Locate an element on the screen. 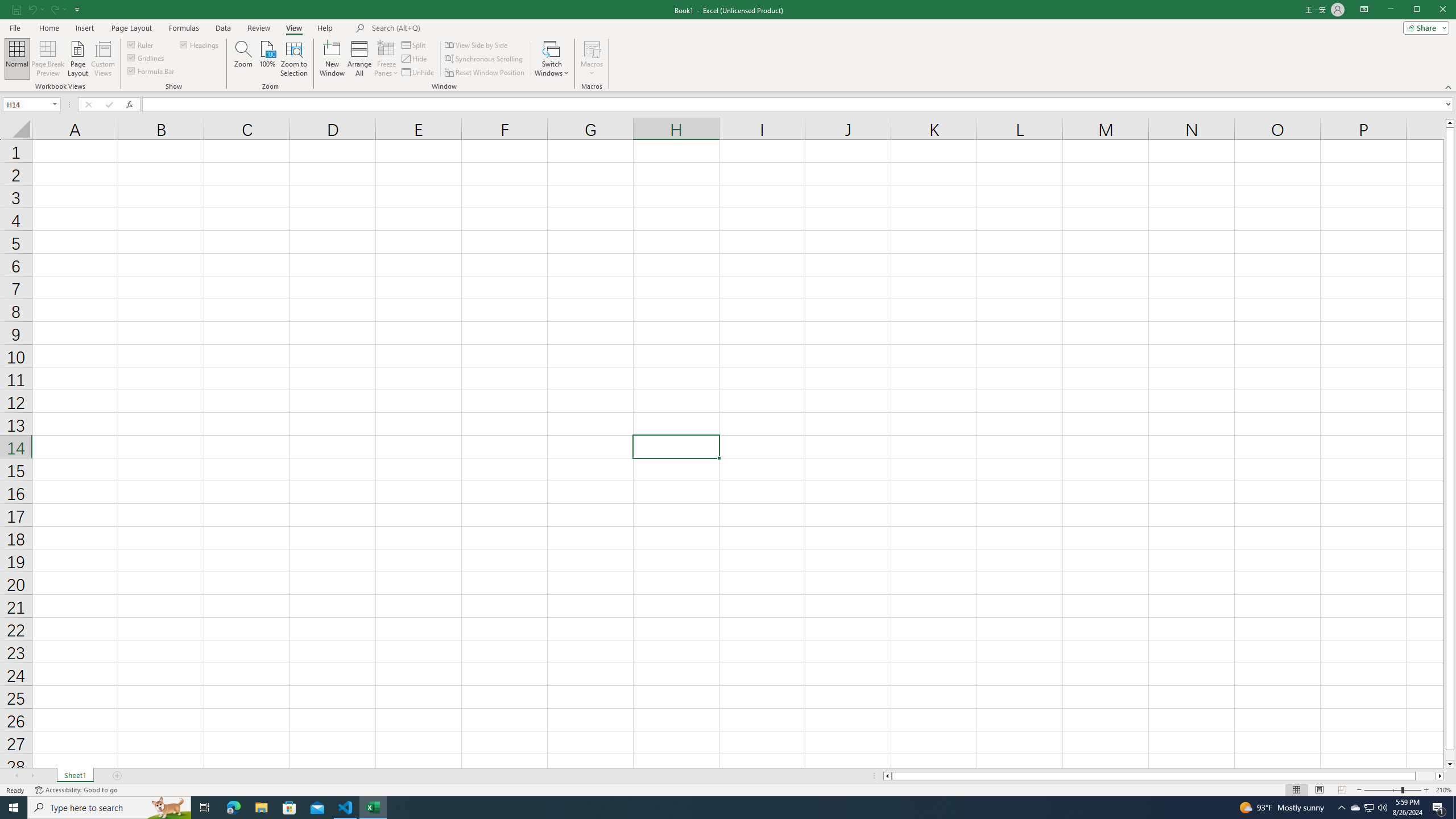 This screenshot has height=819, width=1456. 'New Window' is located at coordinates (332, 59).